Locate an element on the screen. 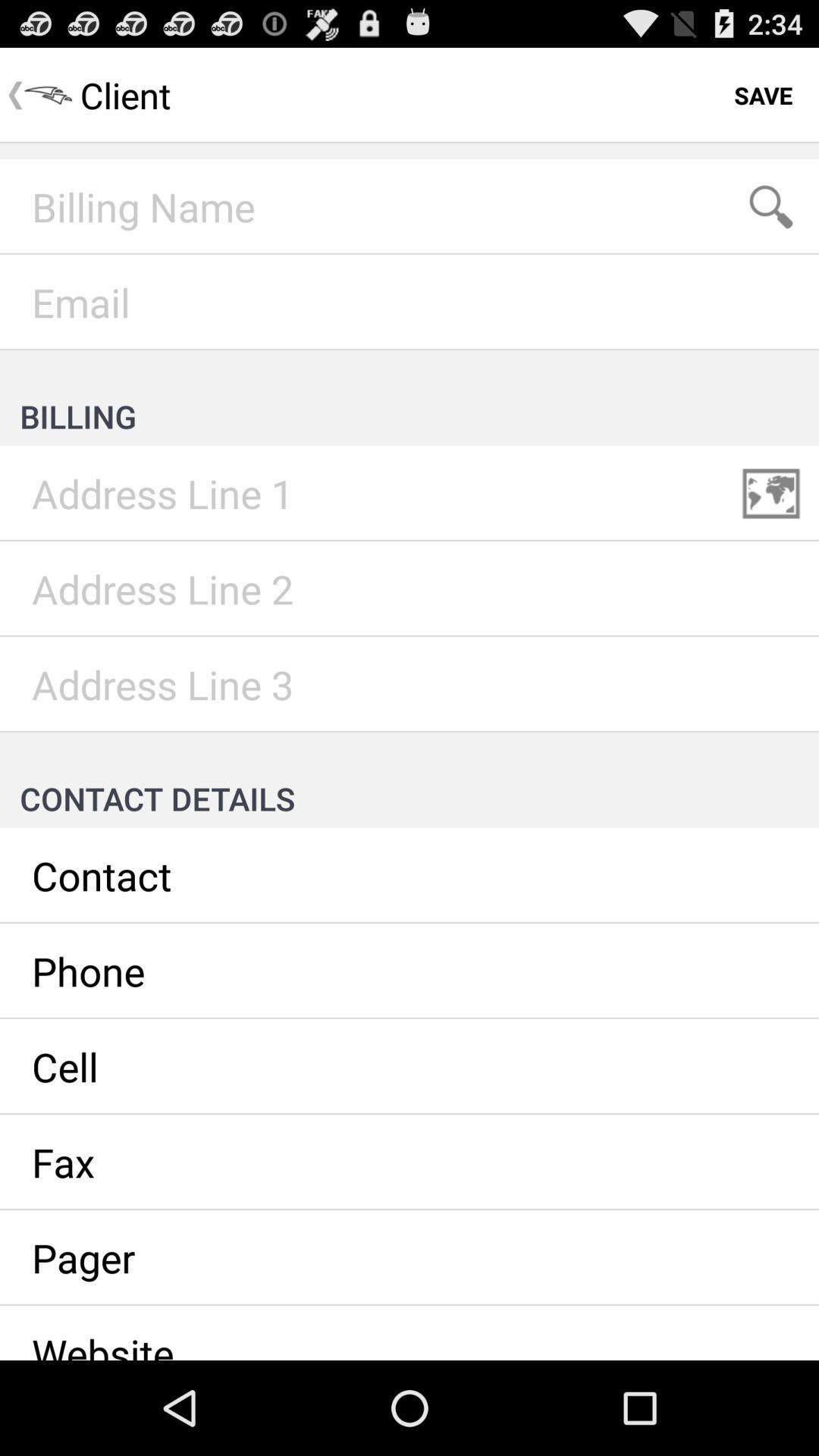 The image size is (819, 1456). website is located at coordinates (409, 1332).